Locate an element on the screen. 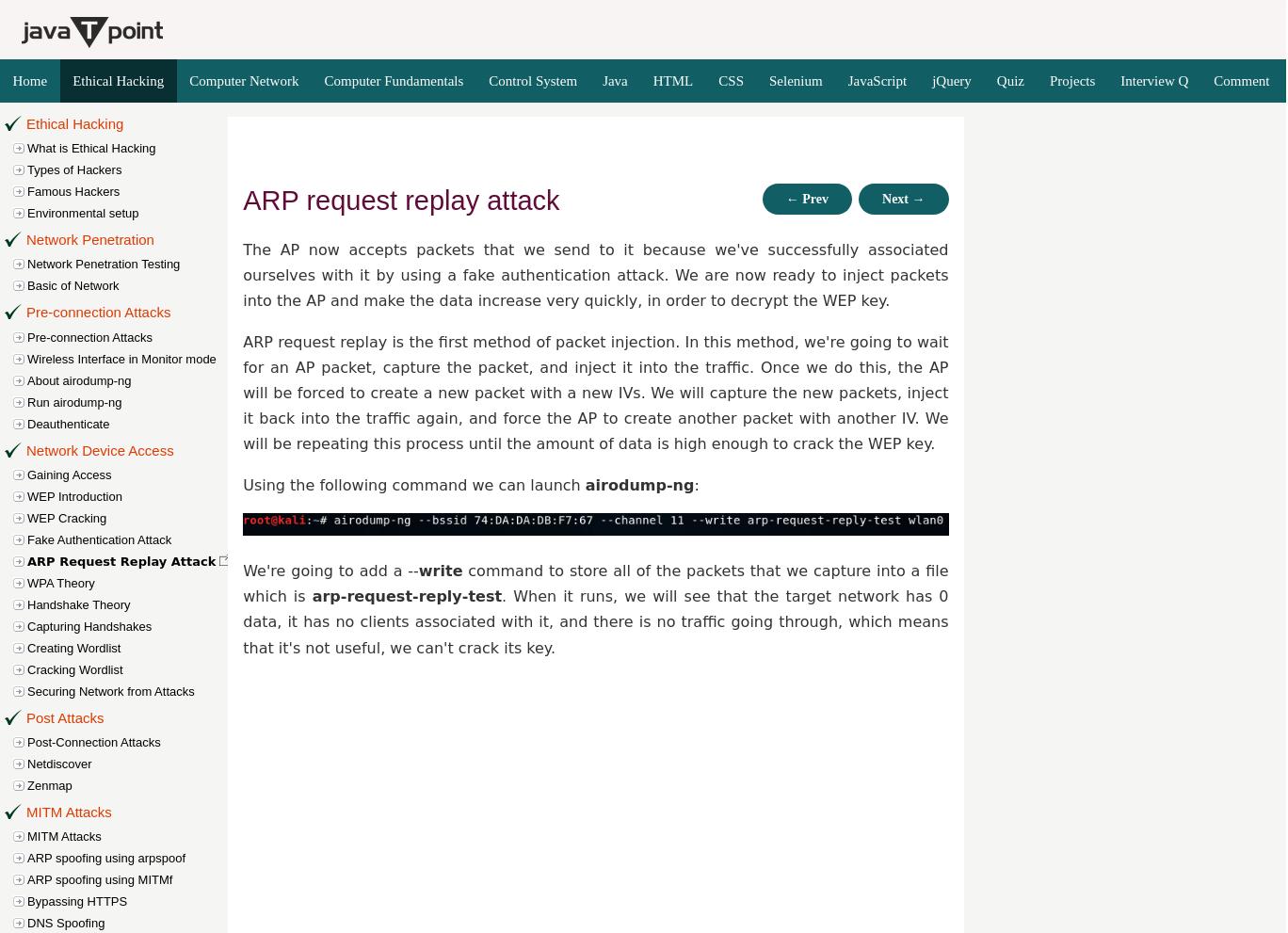 The image size is (1288, 933). 'We're going to add a --' is located at coordinates (330, 570).